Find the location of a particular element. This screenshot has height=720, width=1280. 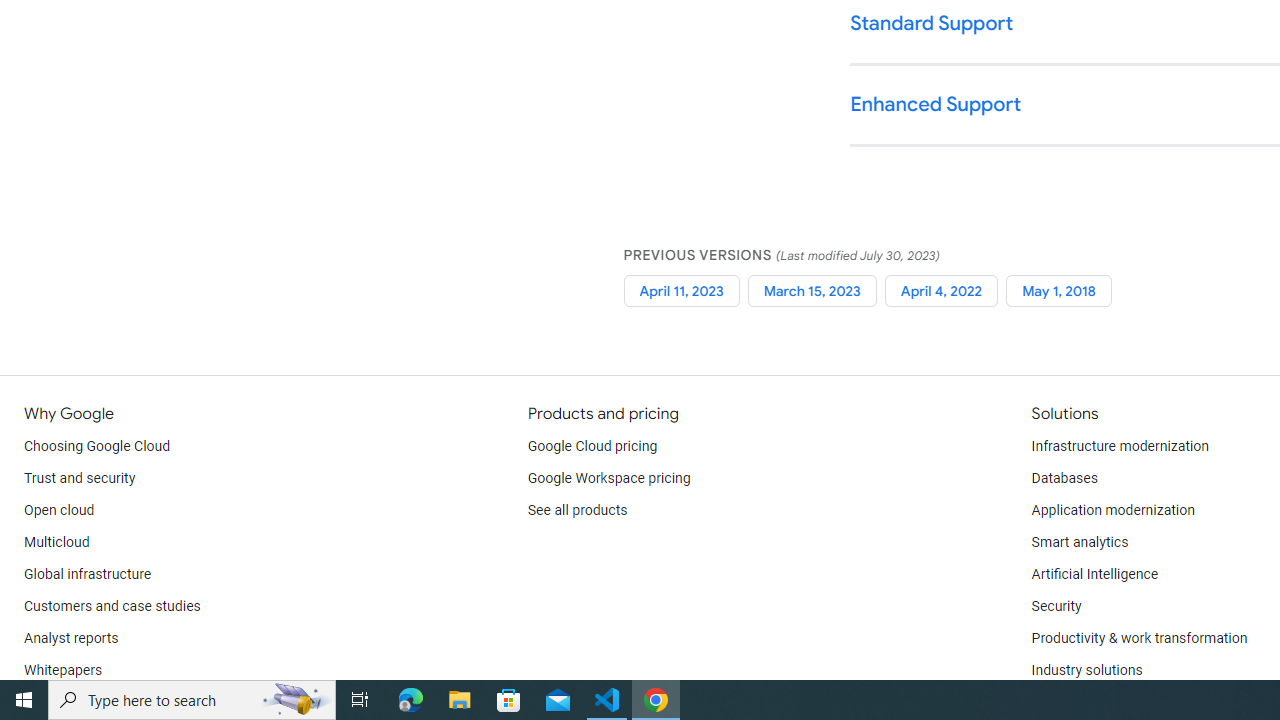

'Global infrastructure' is located at coordinates (87, 574).